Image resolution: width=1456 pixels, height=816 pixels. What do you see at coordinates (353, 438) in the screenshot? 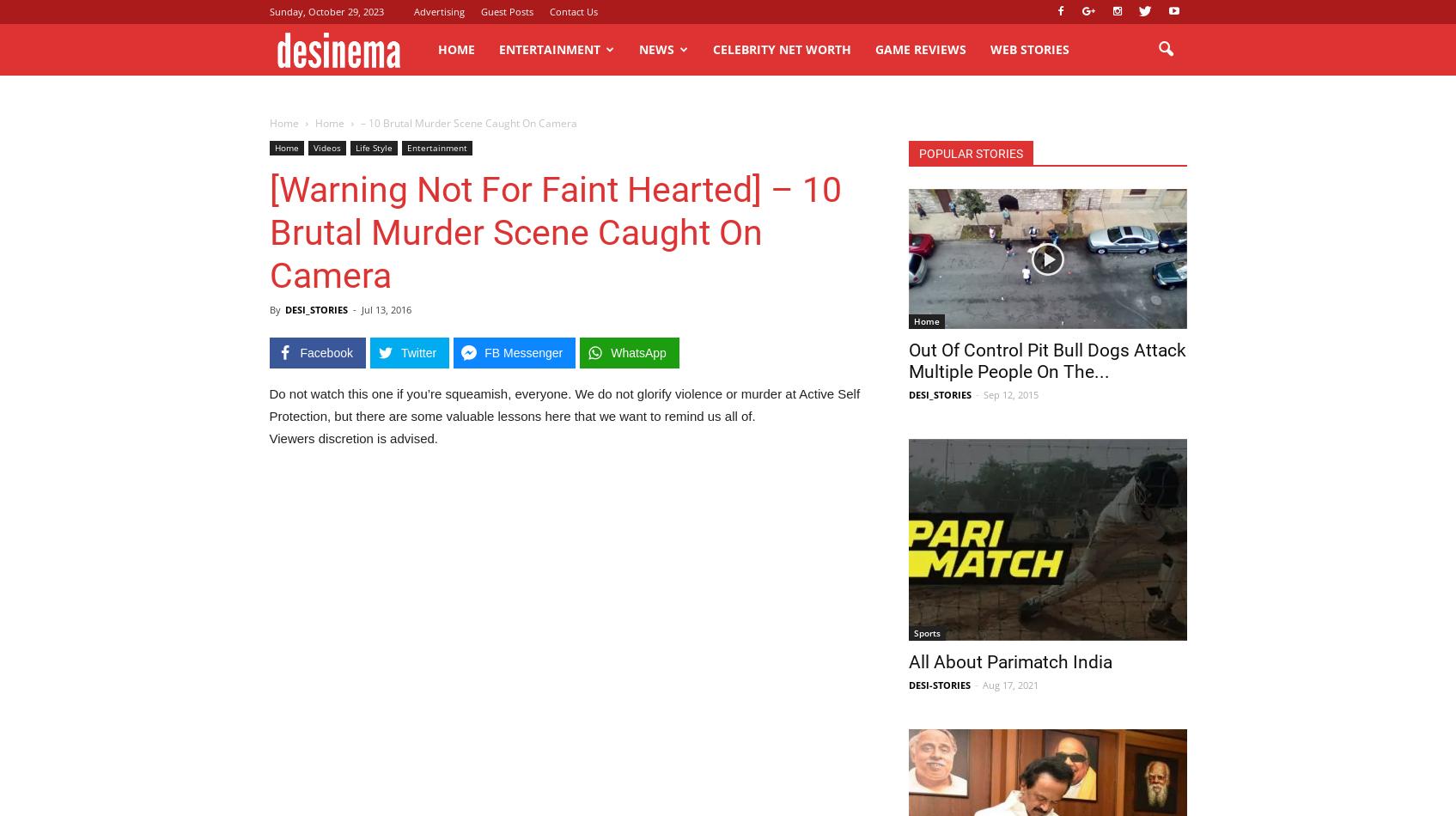
I see `'Viewers discretion is advised.'` at bounding box center [353, 438].